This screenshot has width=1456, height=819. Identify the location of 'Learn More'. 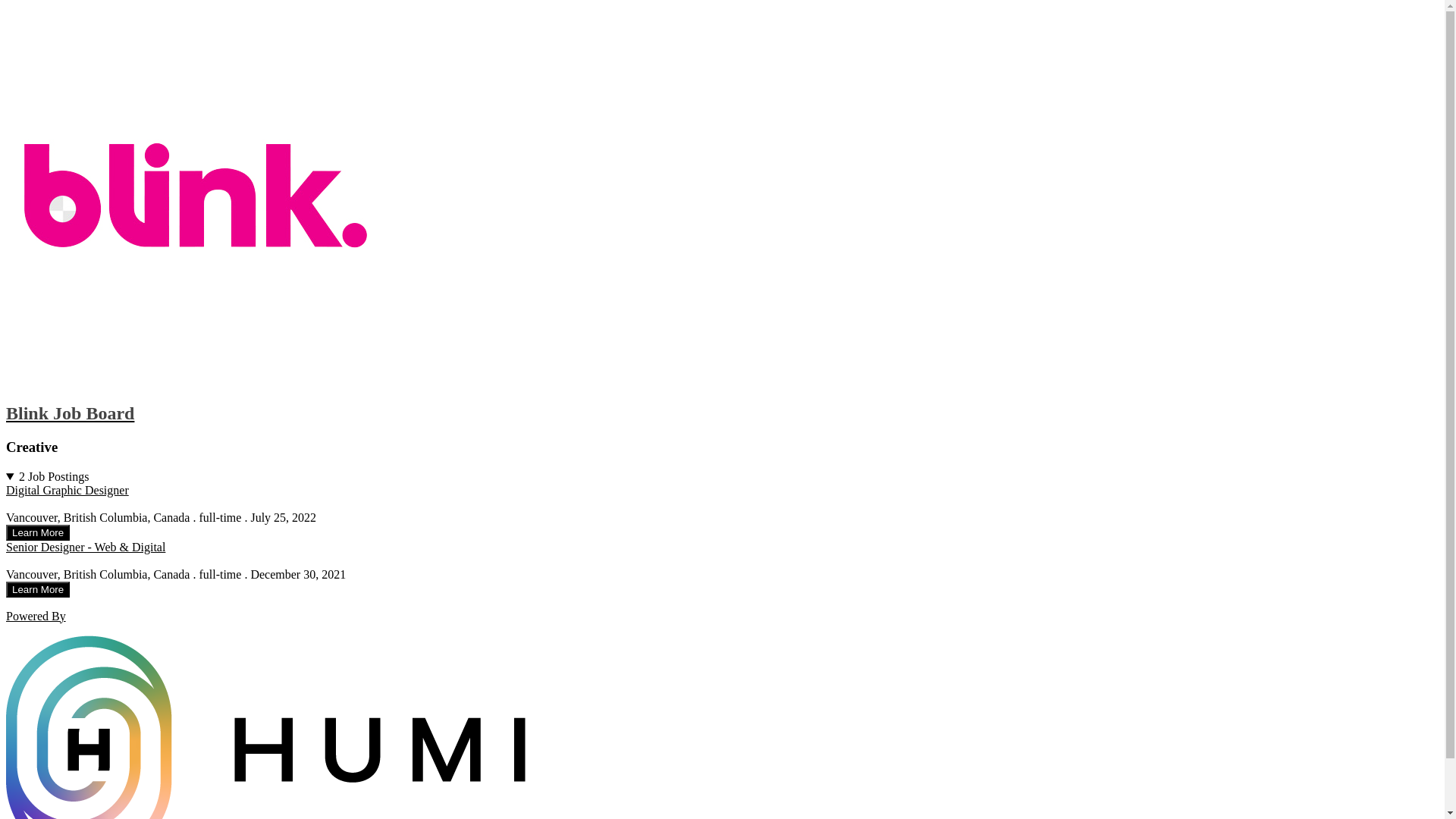
(6, 532).